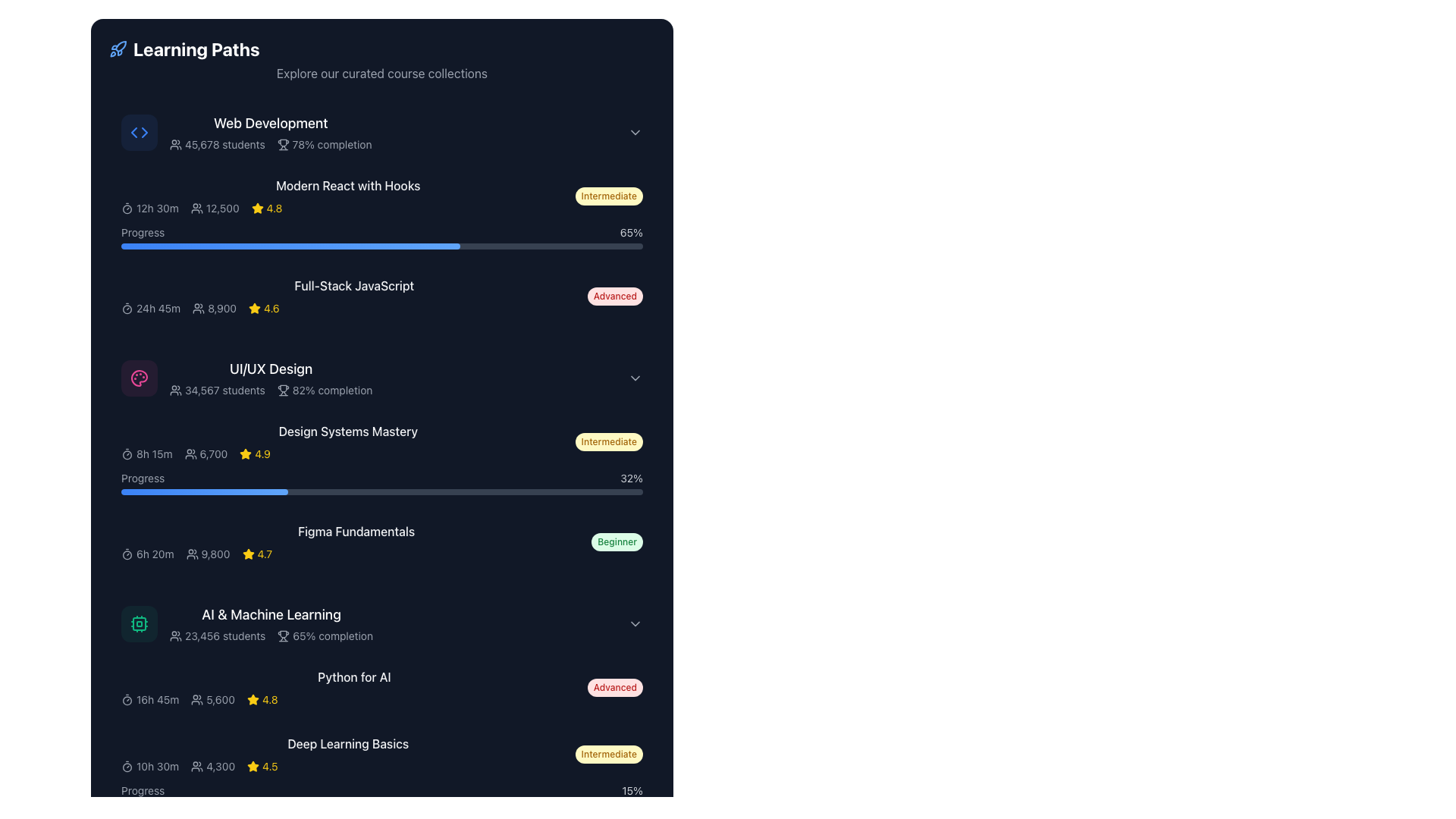 The width and height of the screenshot is (1456, 819). Describe the element at coordinates (191, 554) in the screenshot. I see `the small icon consisting of two overlapping human figures, which is part of the student enrollment information under the course name 'Figma Fundamentals' in the 'UI/UX Design' section` at that location.